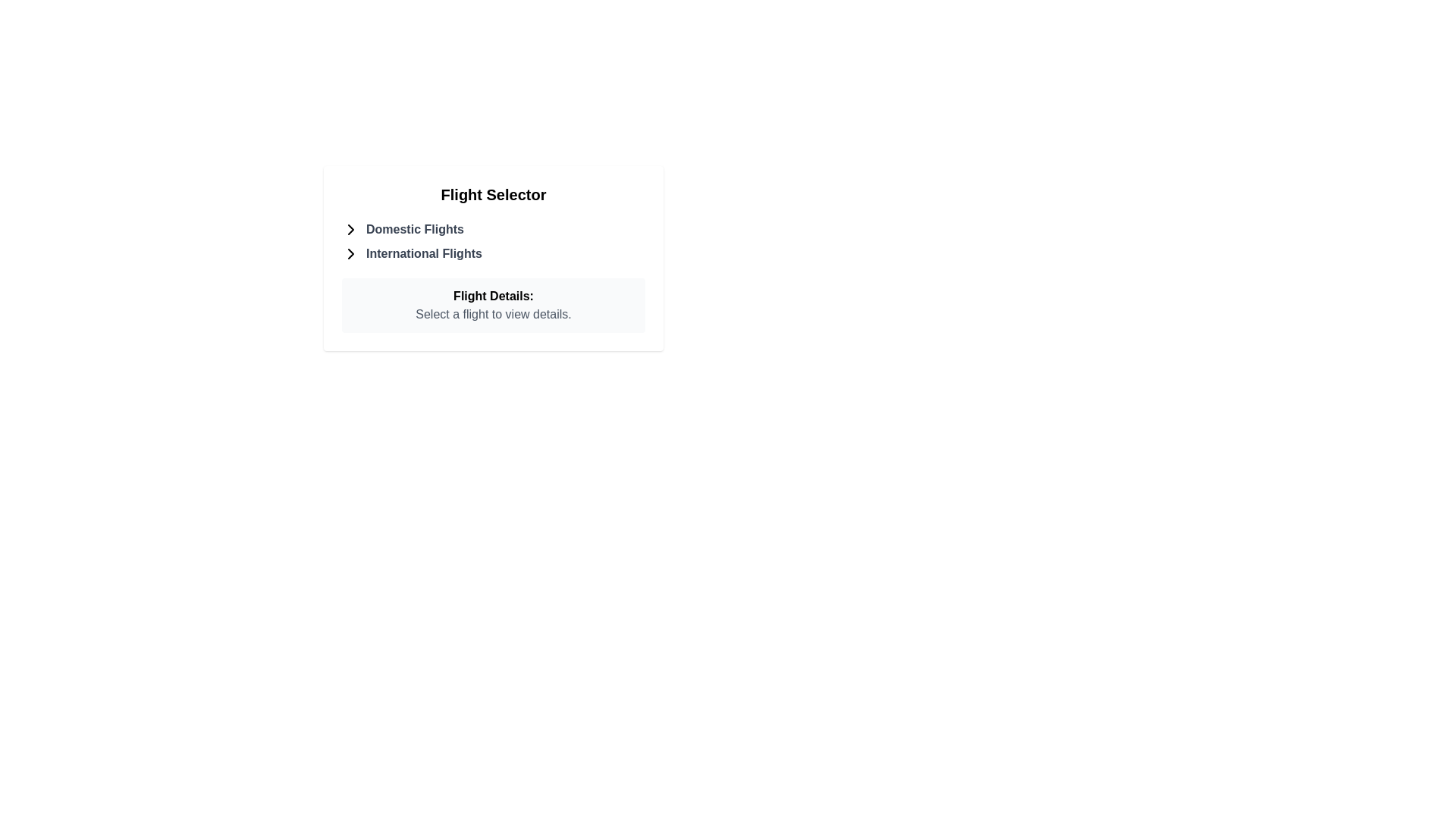  Describe the element at coordinates (494, 230) in the screenshot. I see `the first selectable item under the 'Flight Selector' section` at that location.